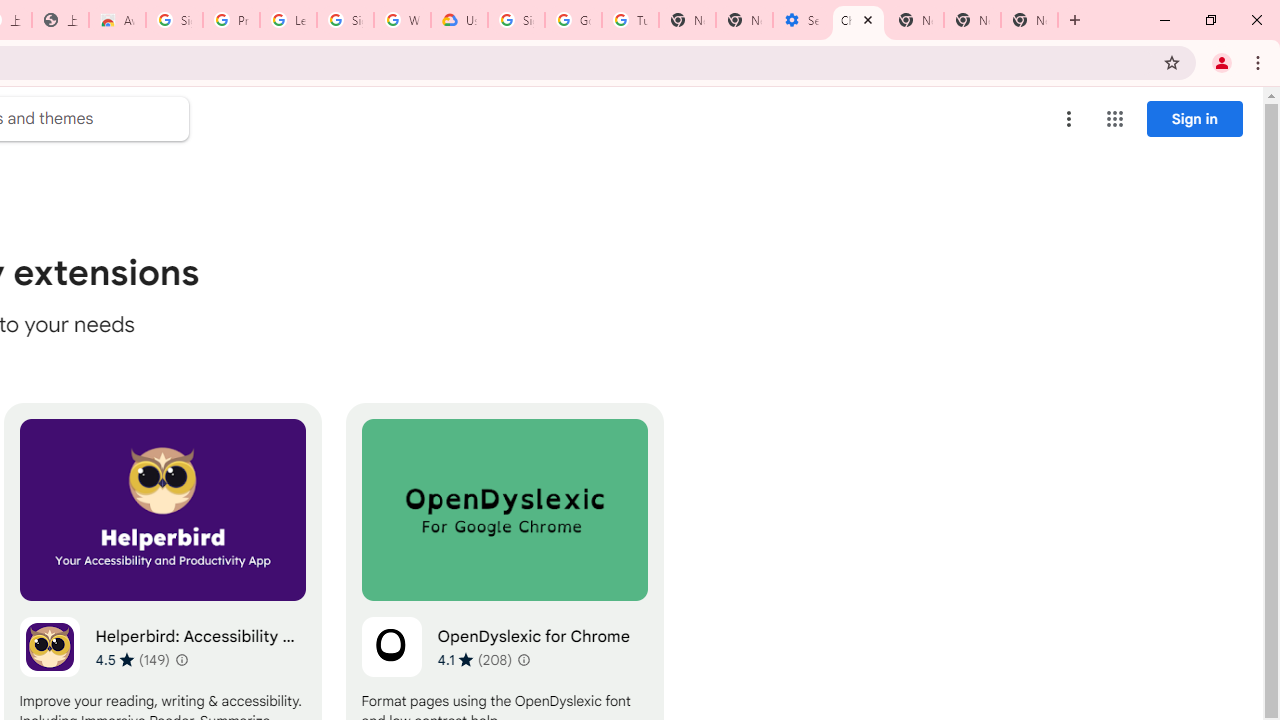  I want to click on 'Average rating 4.5 out of 5 stars. 149 ratings.', so click(132, 659).